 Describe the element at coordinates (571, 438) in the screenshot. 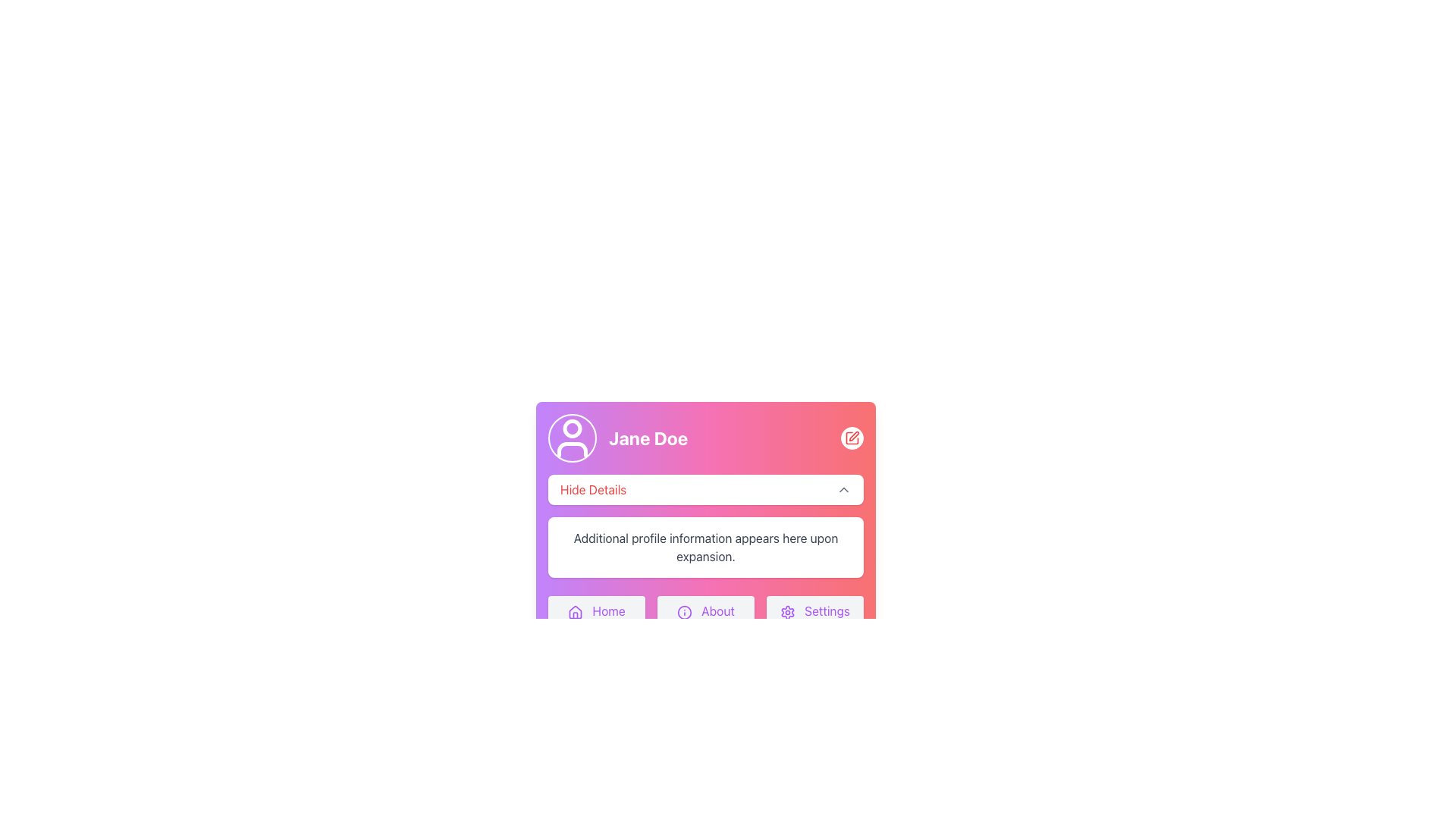

I see `the user profile icon located at the top-left corner of the user information card, which displays the user's account picture` at that location.